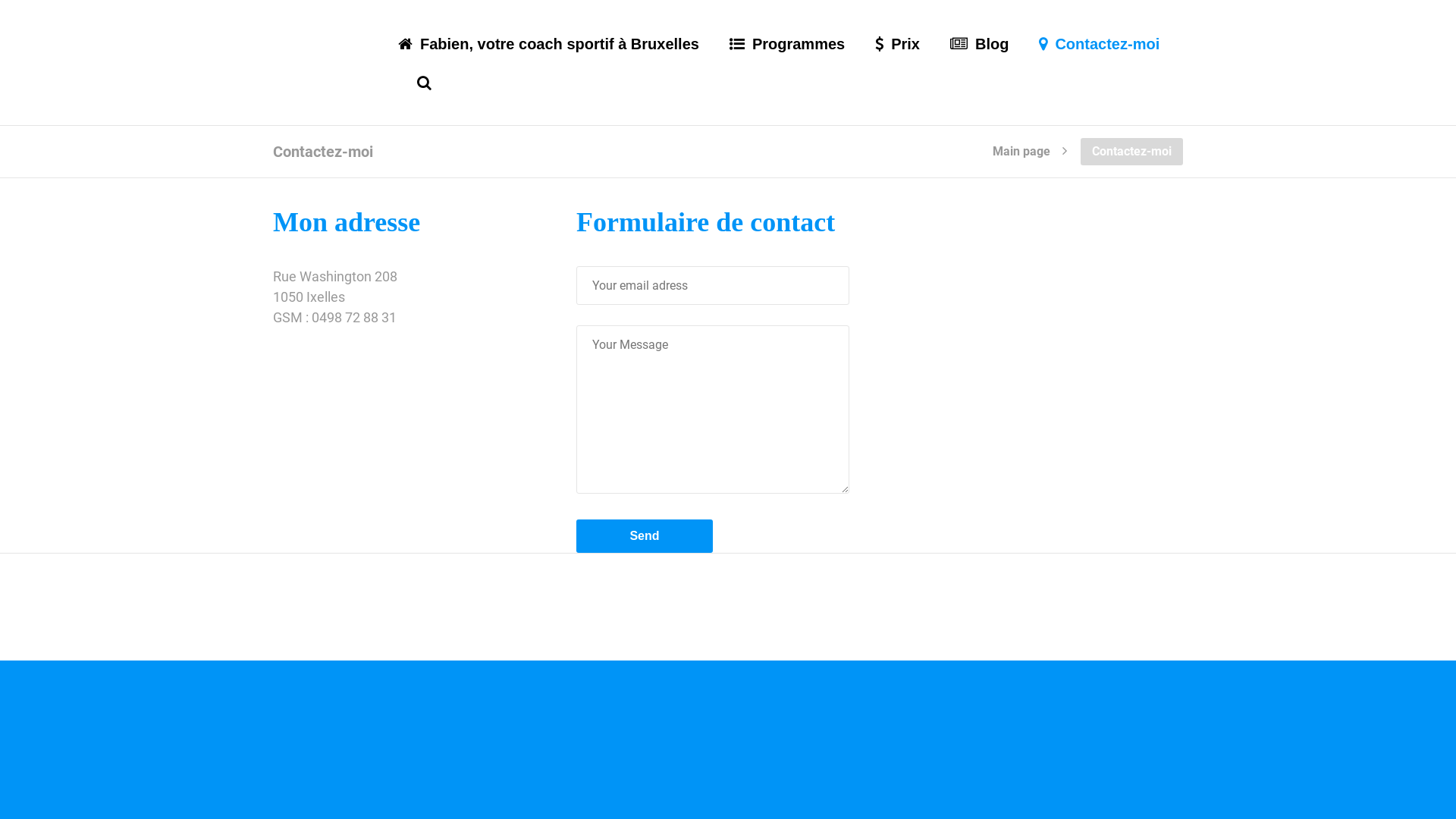 This screenshot has width=1456, height=819. I want to click on 'Programmes', so click(786, 61).